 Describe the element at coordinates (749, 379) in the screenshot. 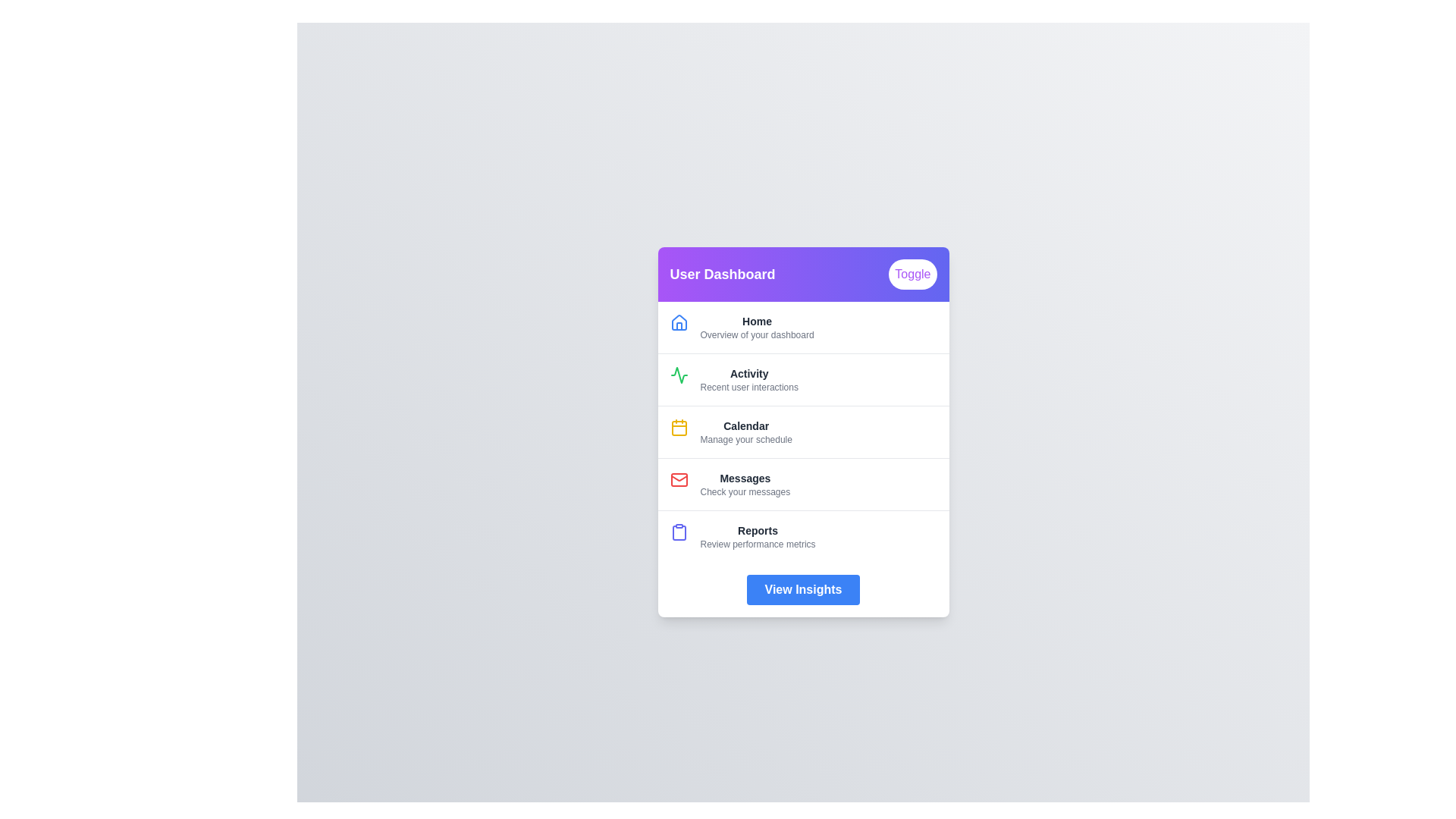

I see `the menu item corresponding to Activity` at that location.